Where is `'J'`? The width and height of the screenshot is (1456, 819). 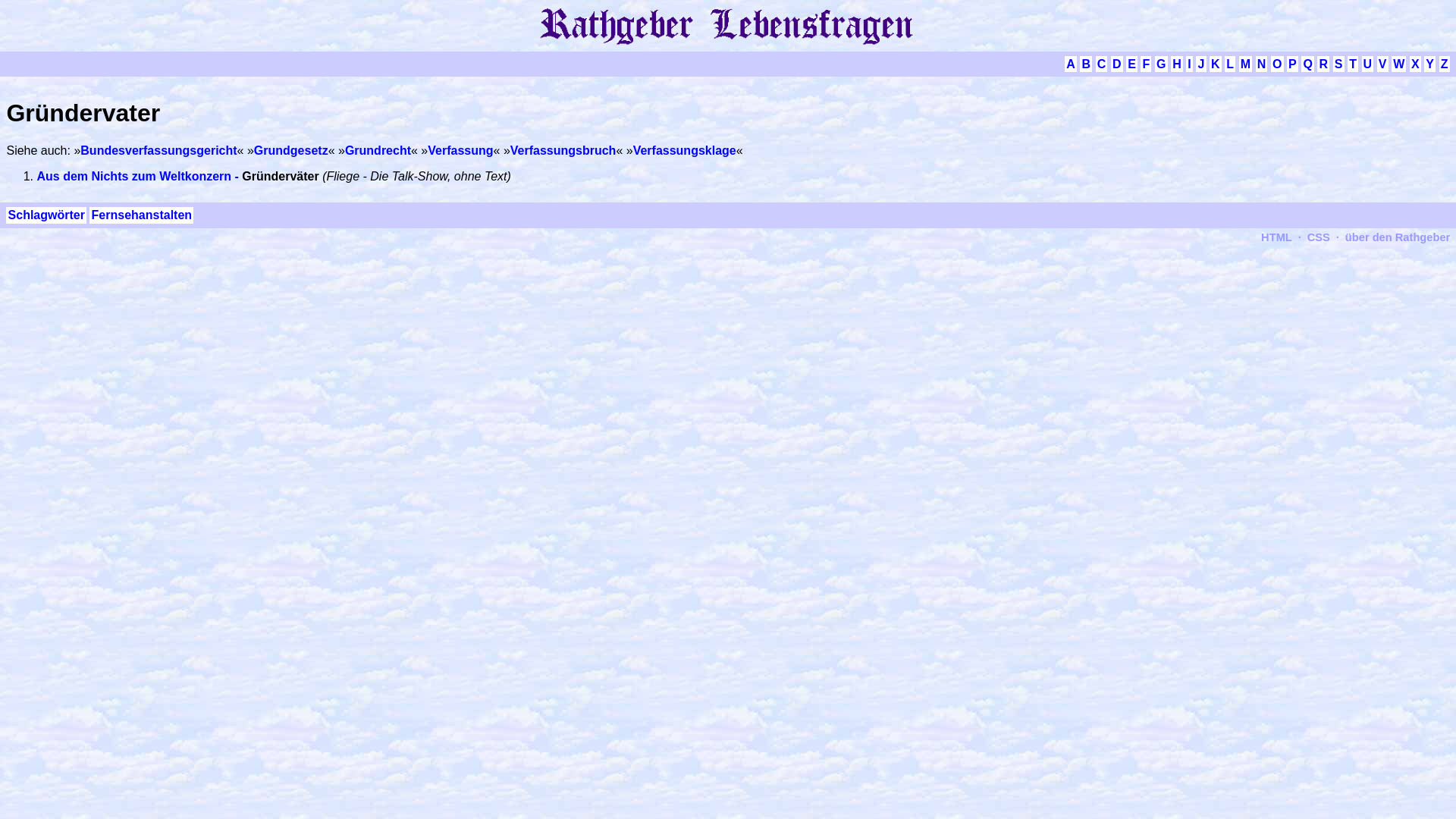
'J' is located at coordinates (1200, 63).